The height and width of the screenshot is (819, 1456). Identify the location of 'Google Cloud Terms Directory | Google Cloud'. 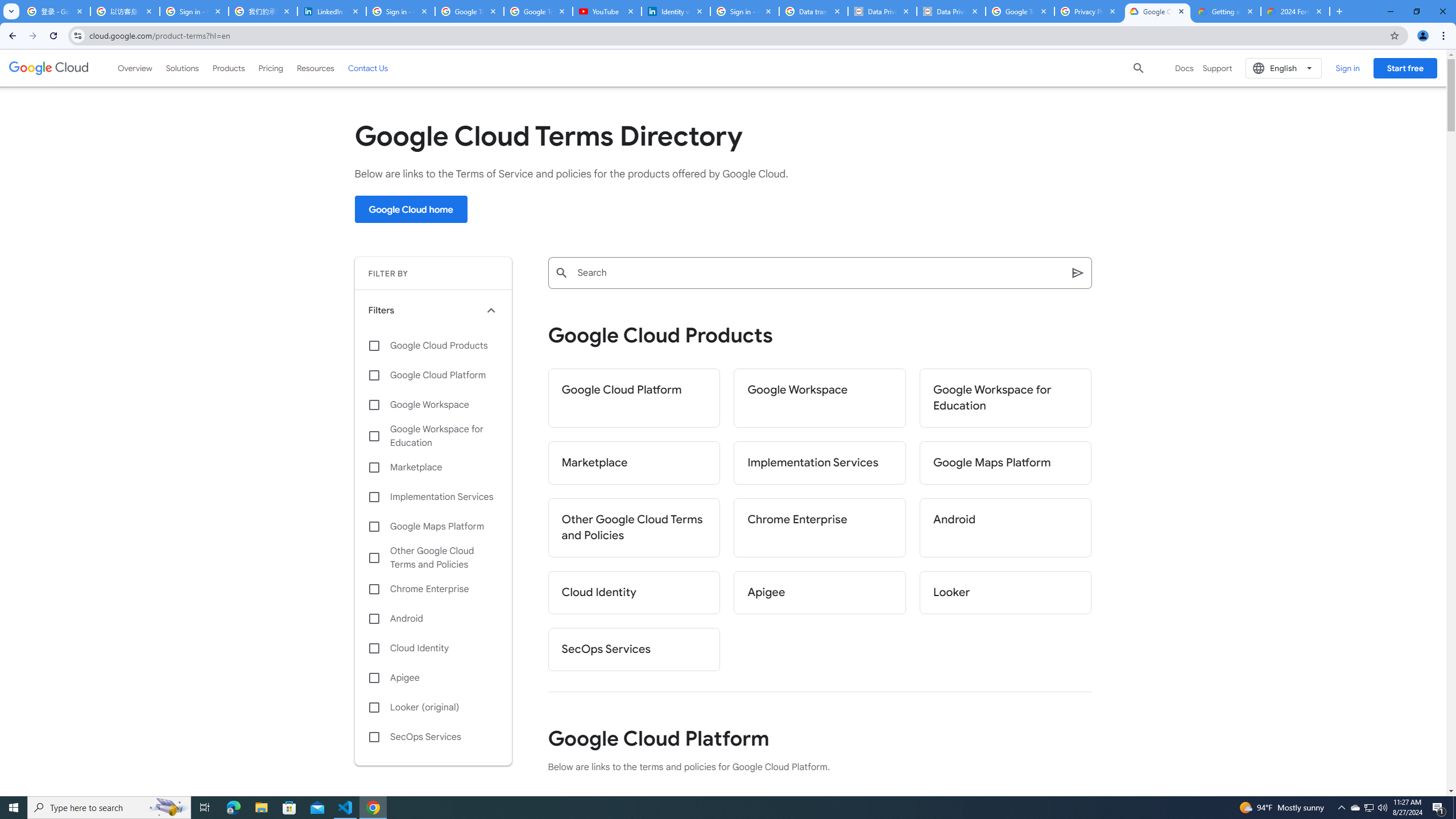
(1157, 11).